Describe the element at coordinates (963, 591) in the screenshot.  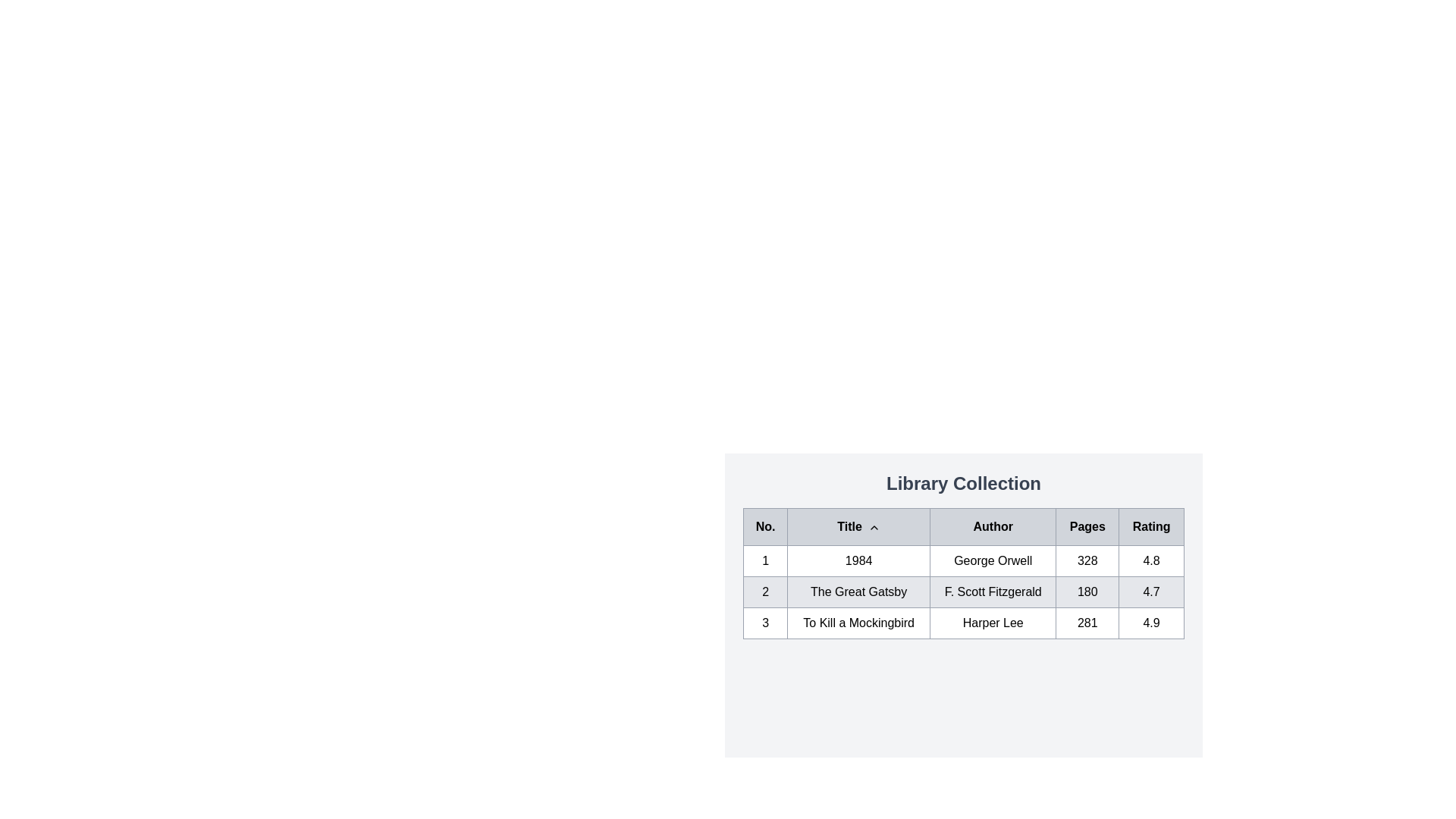
I see `the second row of the book table, which displays information such as title, author, number of pages, and rating` at that location.